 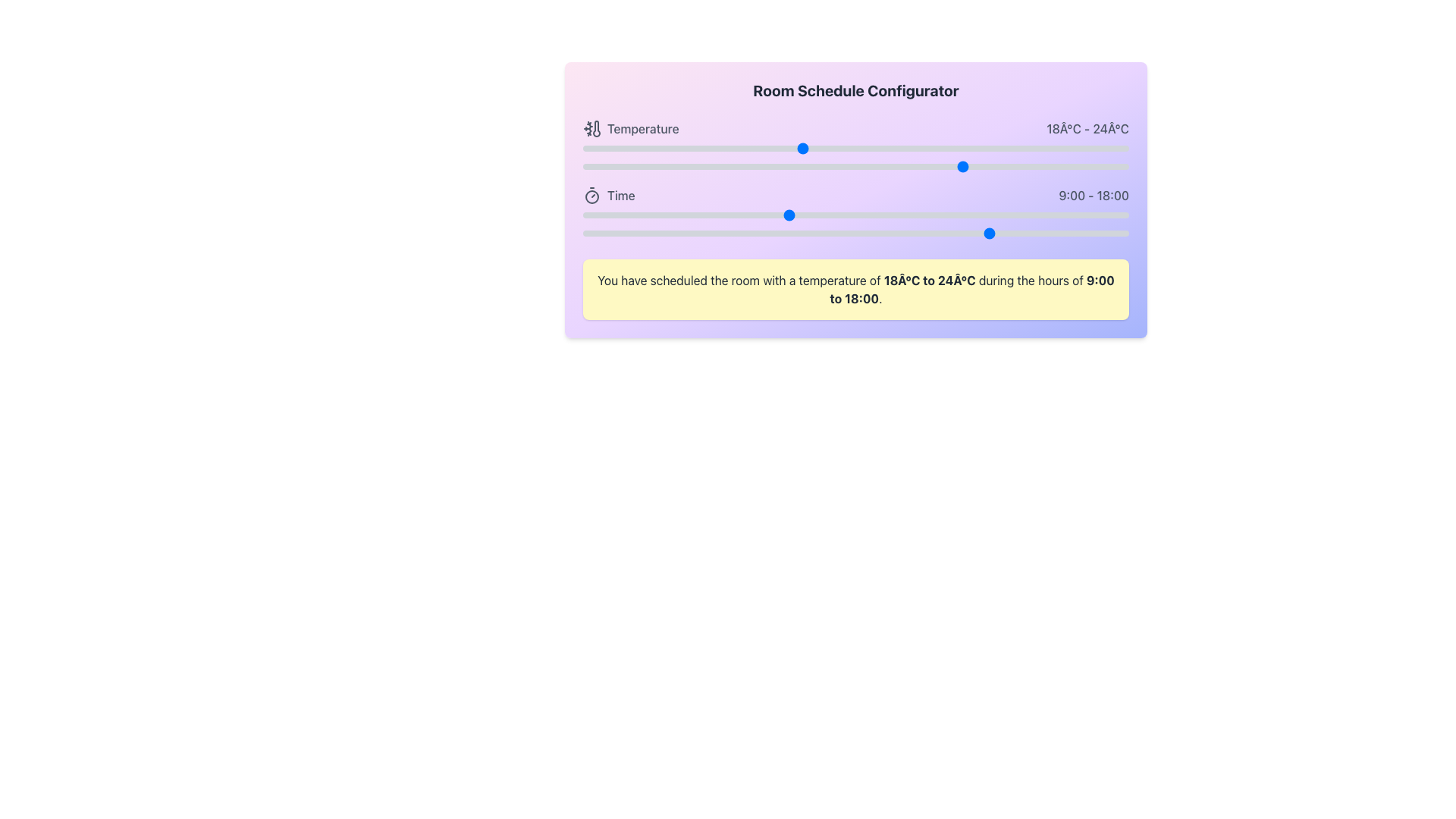 What do you see at coordinates (746, 166) in the screenshot?
I see `the slider value` at bounding box center [746, 166].